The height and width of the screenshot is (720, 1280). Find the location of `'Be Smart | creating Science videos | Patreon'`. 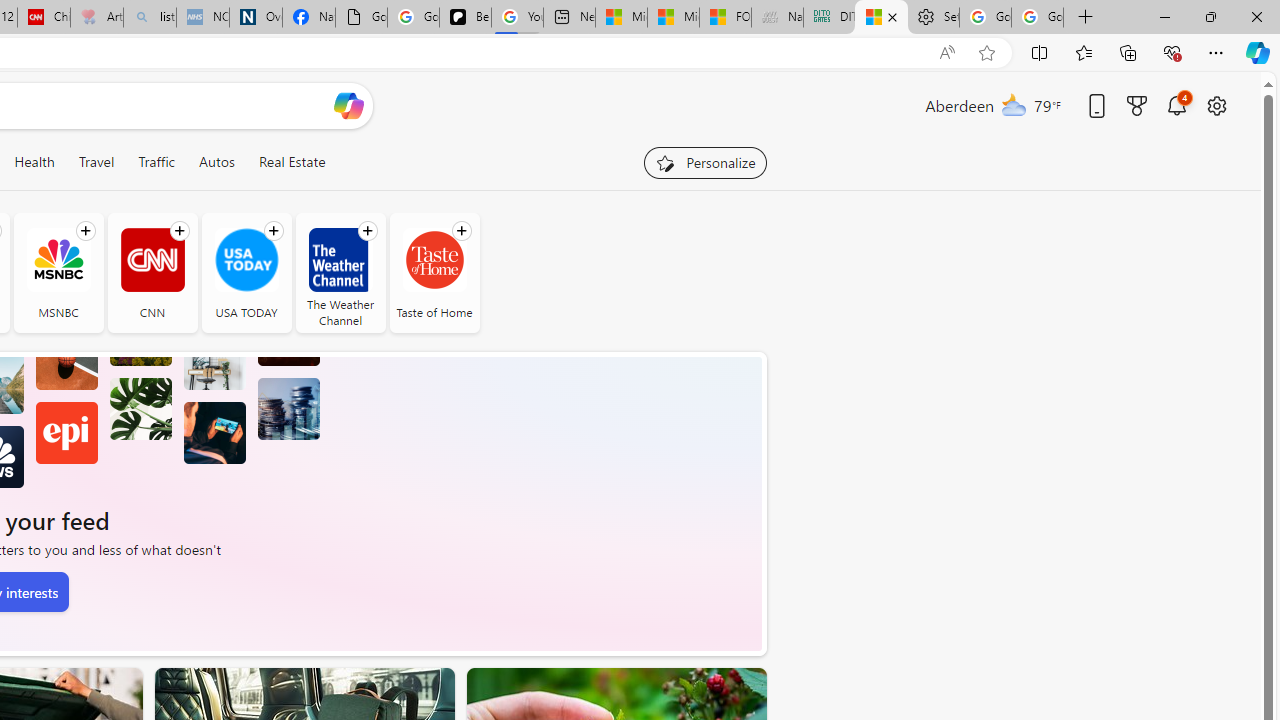

'Be Smart | creating Science videos | Patreon' is located at coordinates (464, 17).